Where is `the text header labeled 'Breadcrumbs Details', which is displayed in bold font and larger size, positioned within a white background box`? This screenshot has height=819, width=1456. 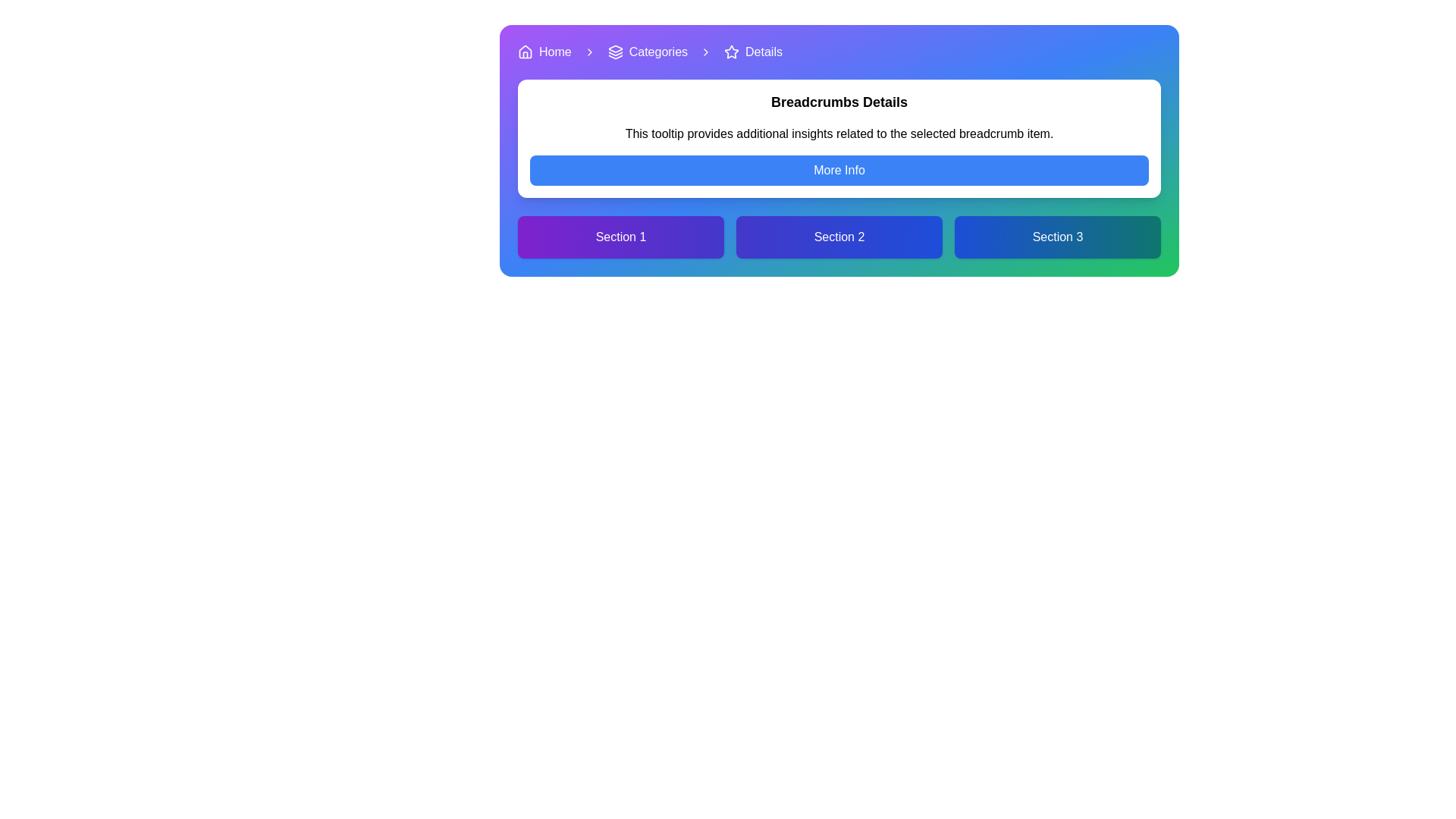 the text header labeled 'Breadcrumbs Details', which is displayed in bold font and larger size, positioned within a white background box is located at coordinates (839, 102).